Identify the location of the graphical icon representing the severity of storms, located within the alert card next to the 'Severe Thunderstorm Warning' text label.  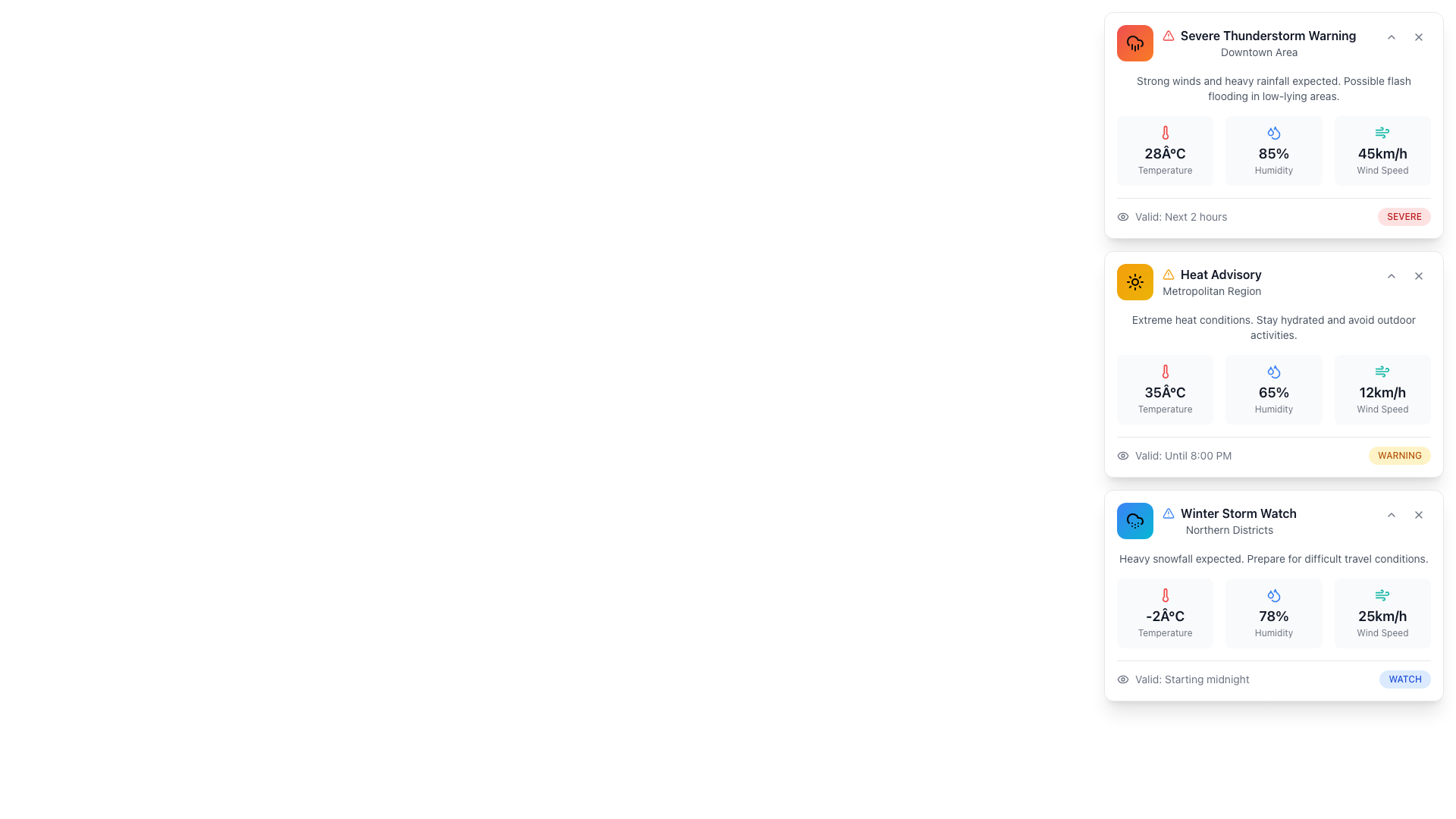
(1167, 513).